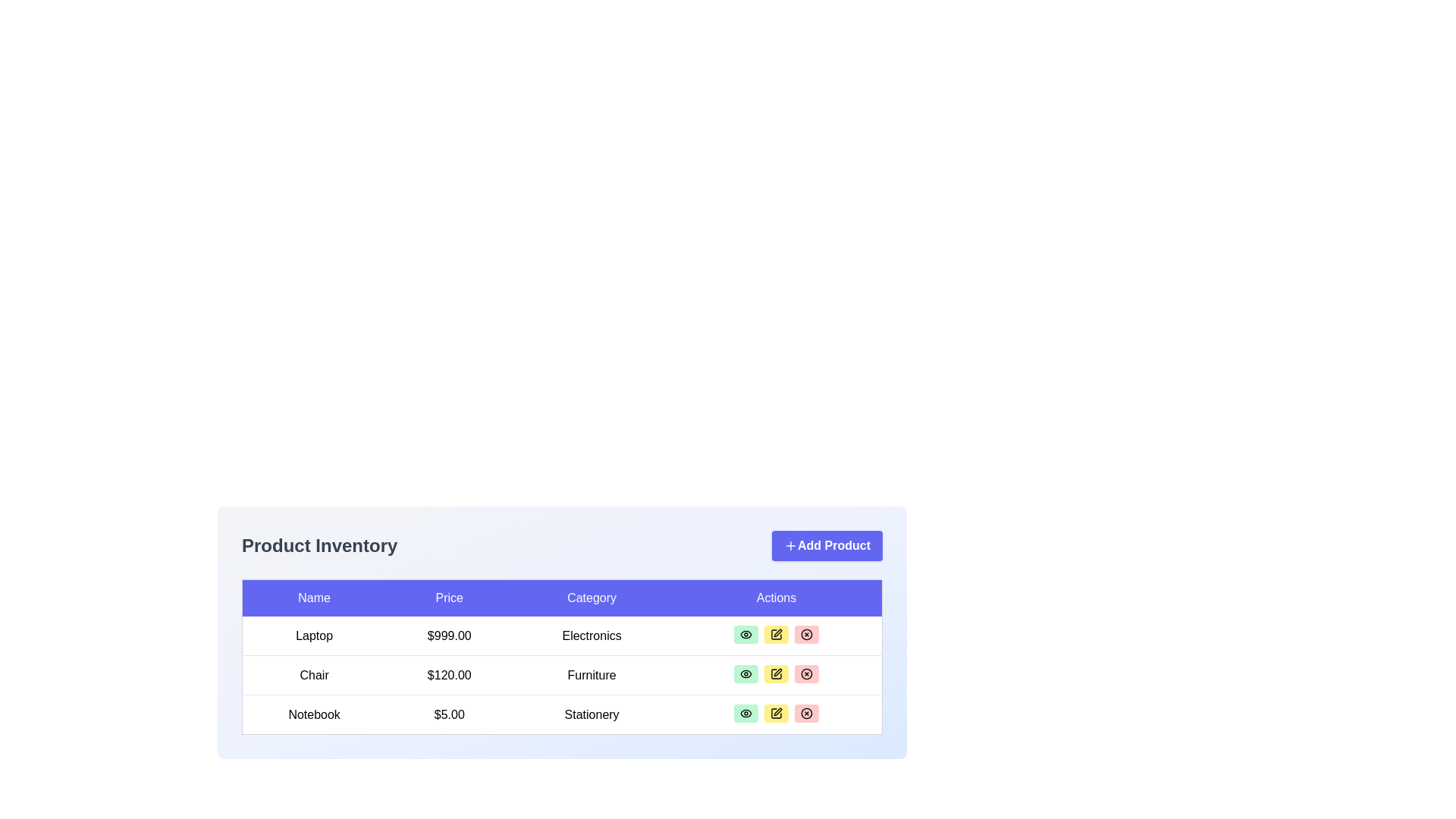 Image resolution: width=1456 pixels, height=819 pixels. What do you see at coordinates (318, 546) in the screenshot?
I see `the static text label that serves as a title for the section related to managing products, located in the header area towards the left end, next to the 'Add Product' button` at bounding box center [318, 546].